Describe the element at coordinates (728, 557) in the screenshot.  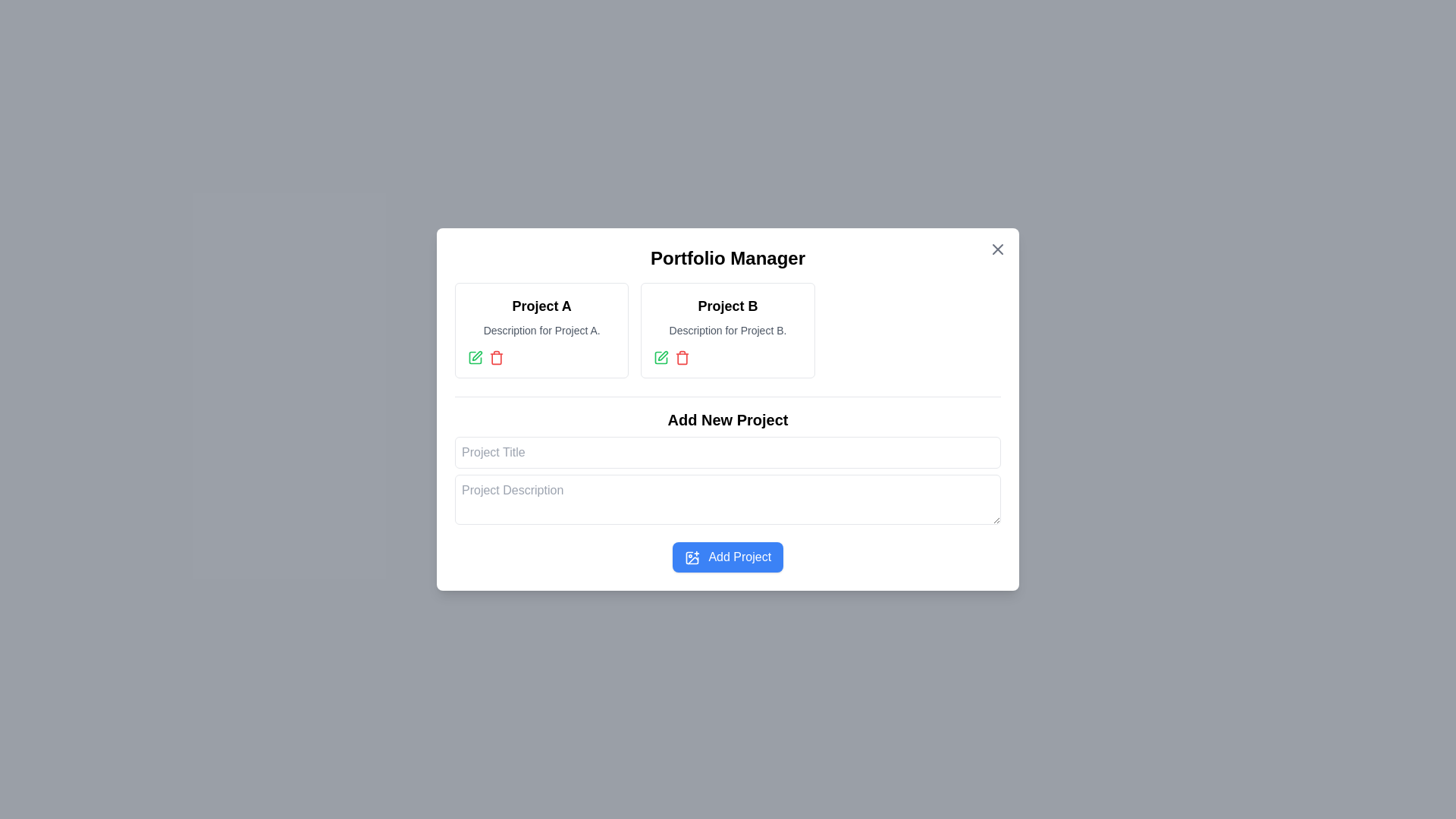
I see `the 'Add Project' blue button with rounded corners, which is located at the bottom of the 'Add New Project' section, to provide visual feedback` at that location.